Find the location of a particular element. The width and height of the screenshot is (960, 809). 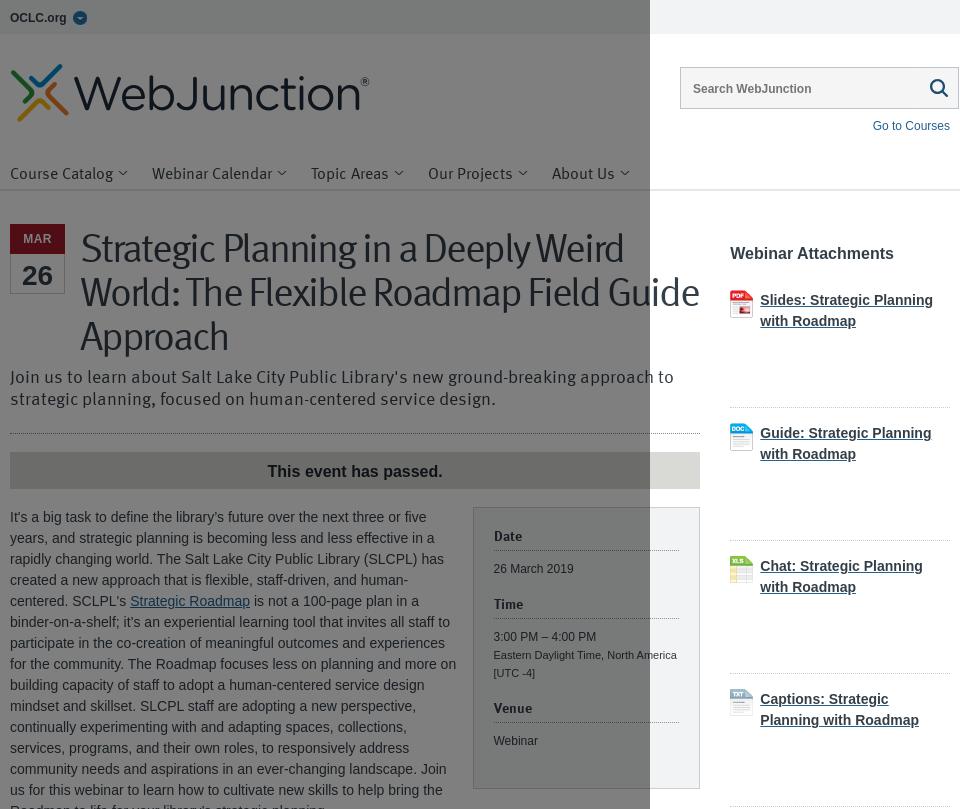

'Chat: Strategic Planning with Roadmap' is located at coordinates (840, 576).